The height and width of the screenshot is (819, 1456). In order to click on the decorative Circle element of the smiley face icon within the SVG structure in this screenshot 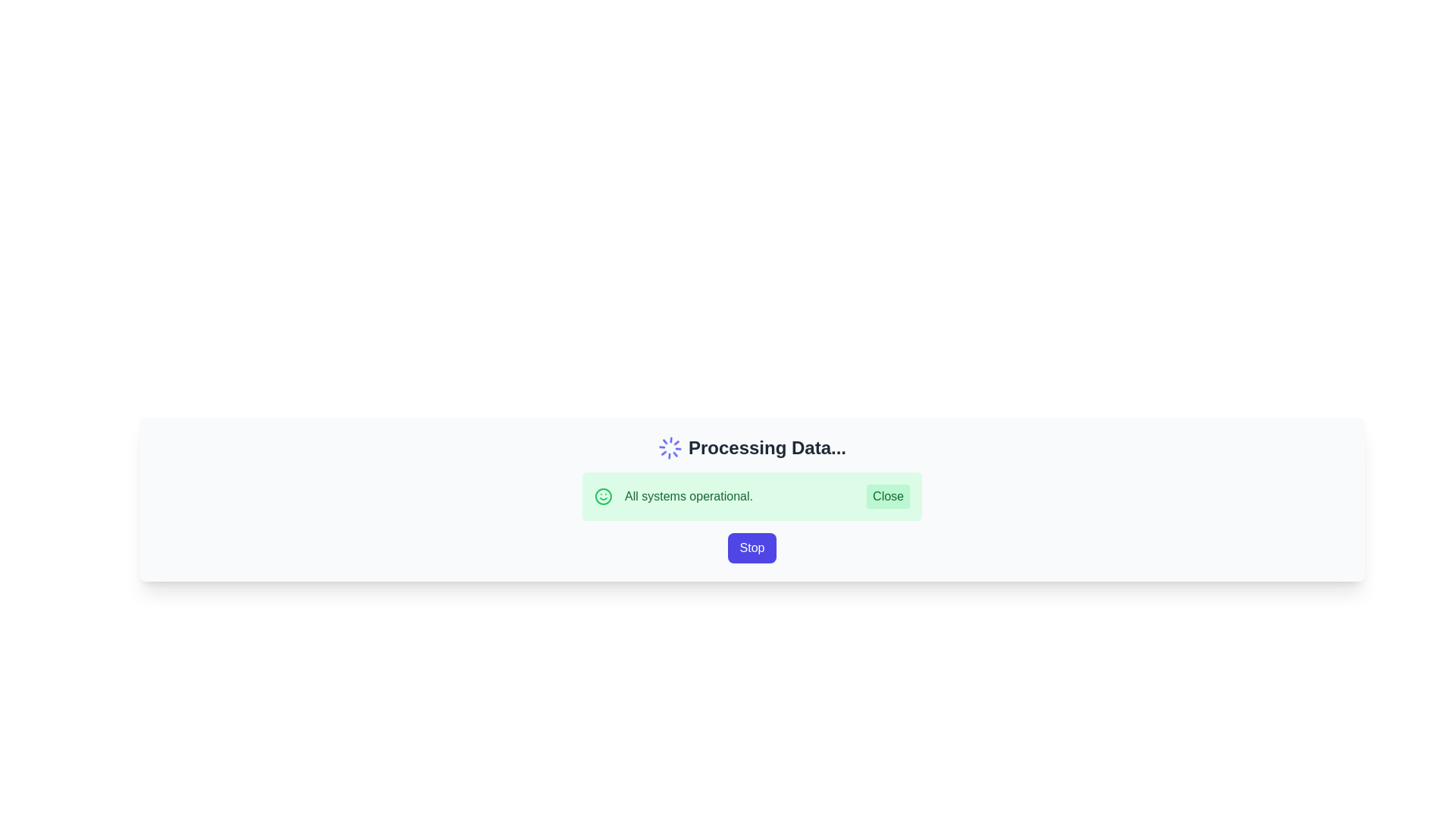, I will do `click(603, 497)`.